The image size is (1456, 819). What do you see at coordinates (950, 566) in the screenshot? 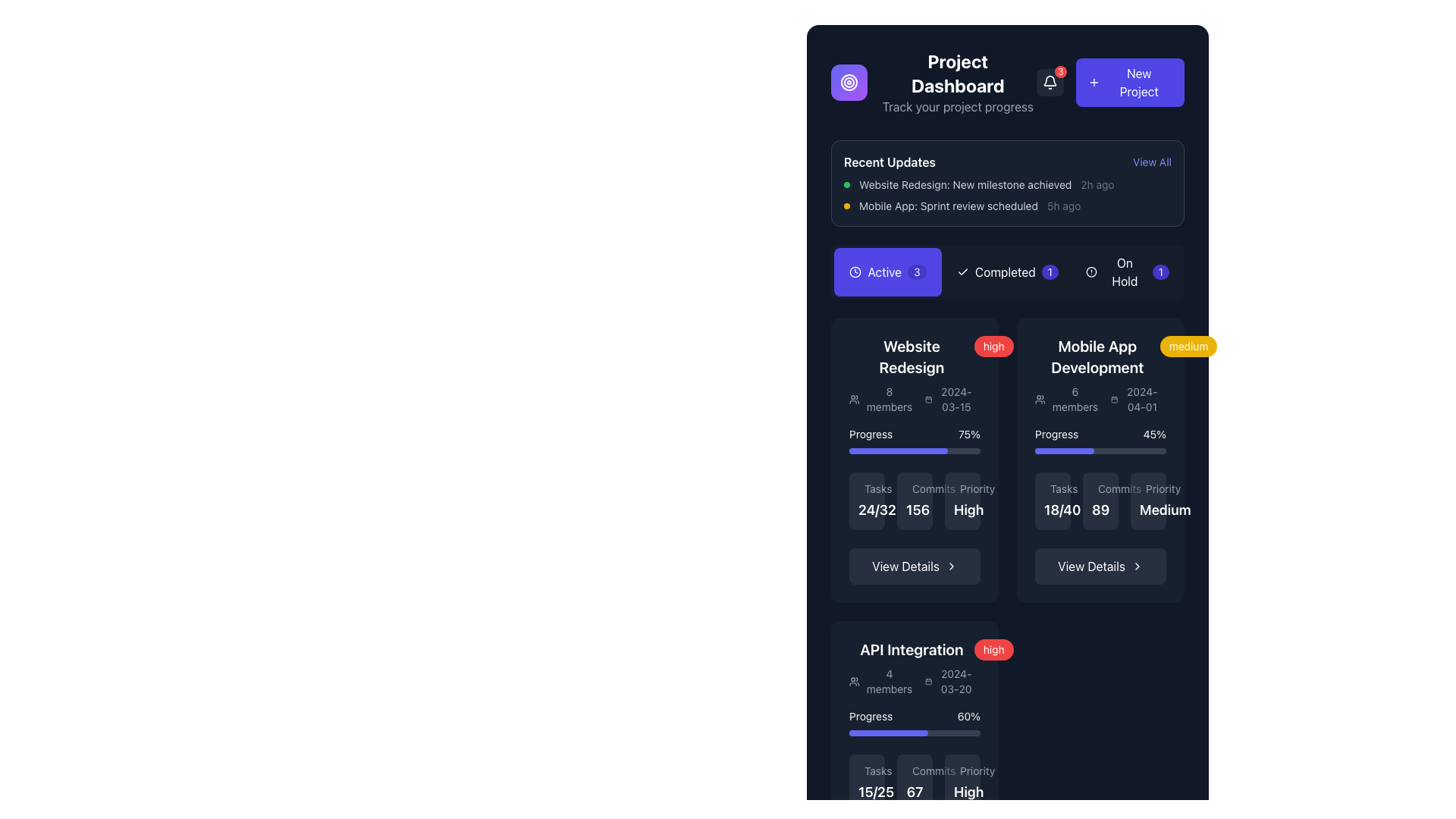
I see `the chevron icon located immediately after the text 'View Details' on the far right of the button, which serves as a visual cue for navigating forward or accessing more details` at bounding box center [950, 566].